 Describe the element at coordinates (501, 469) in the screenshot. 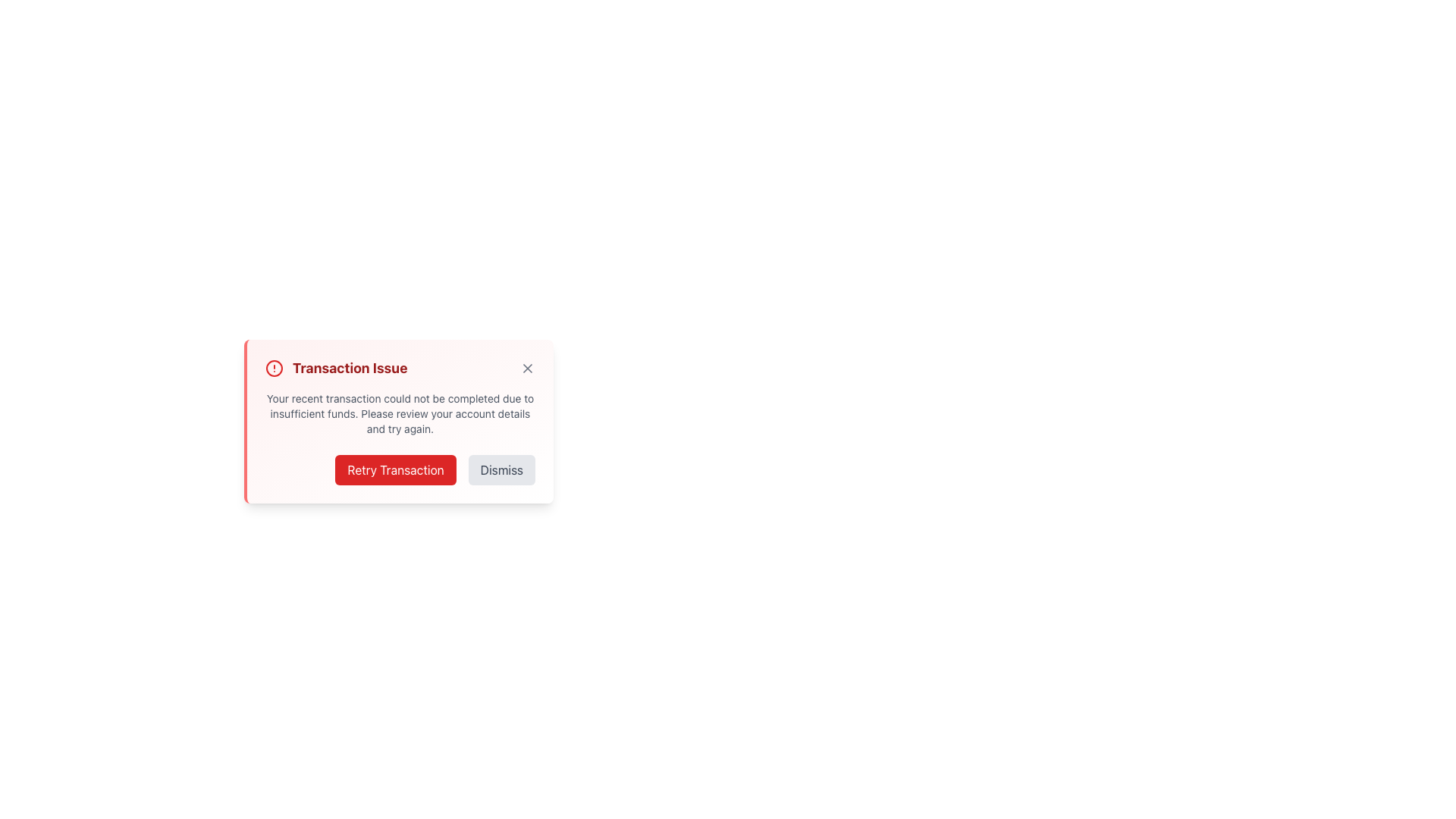

I see `the dismiss button located at the bottom right of the modal dialog to trigger a visual effect` at that location.